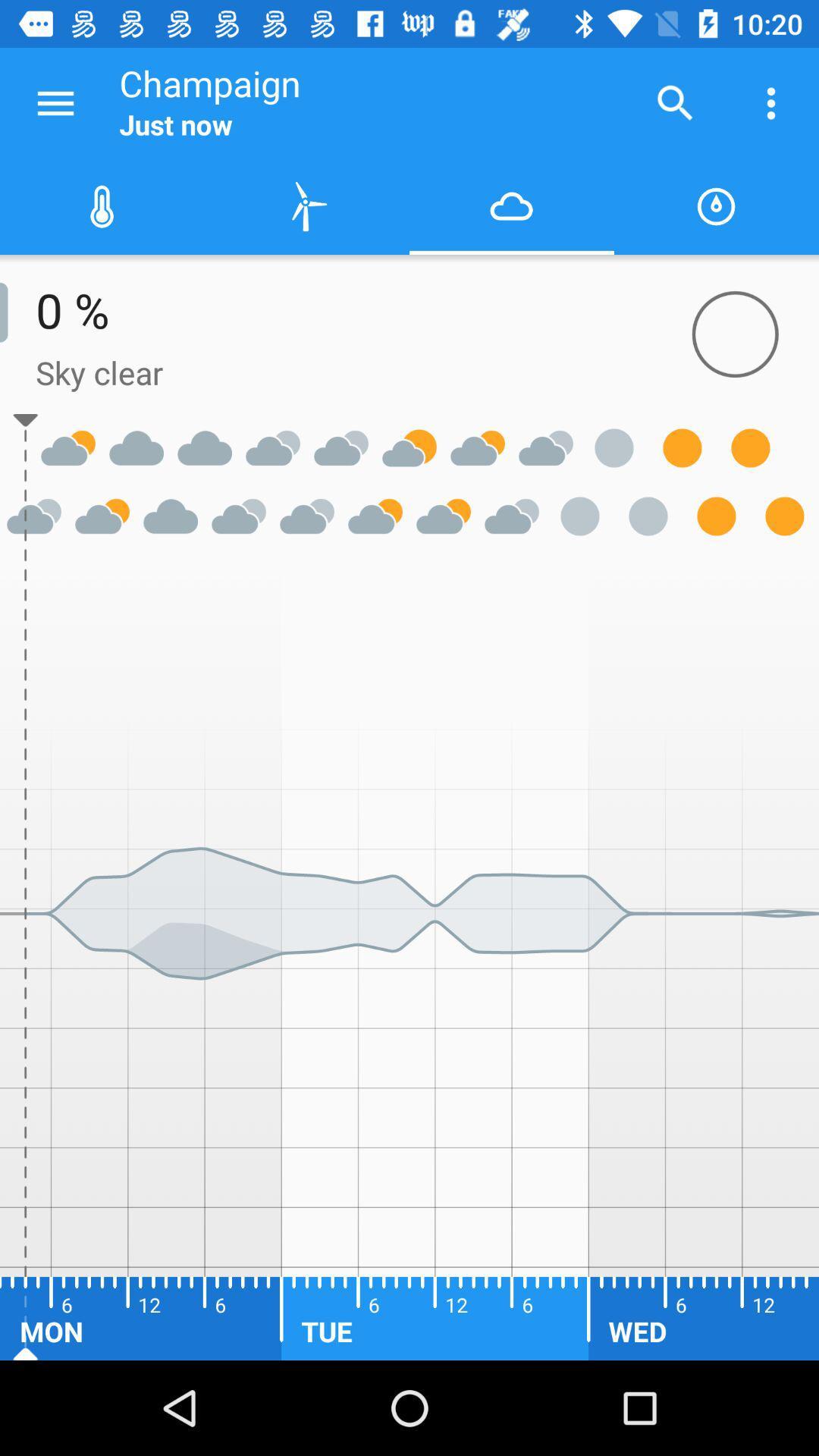 The image size is (819, 1456). Describe the element at coordinates (55, 102) in the screenshot. I see `menu option` at that location.